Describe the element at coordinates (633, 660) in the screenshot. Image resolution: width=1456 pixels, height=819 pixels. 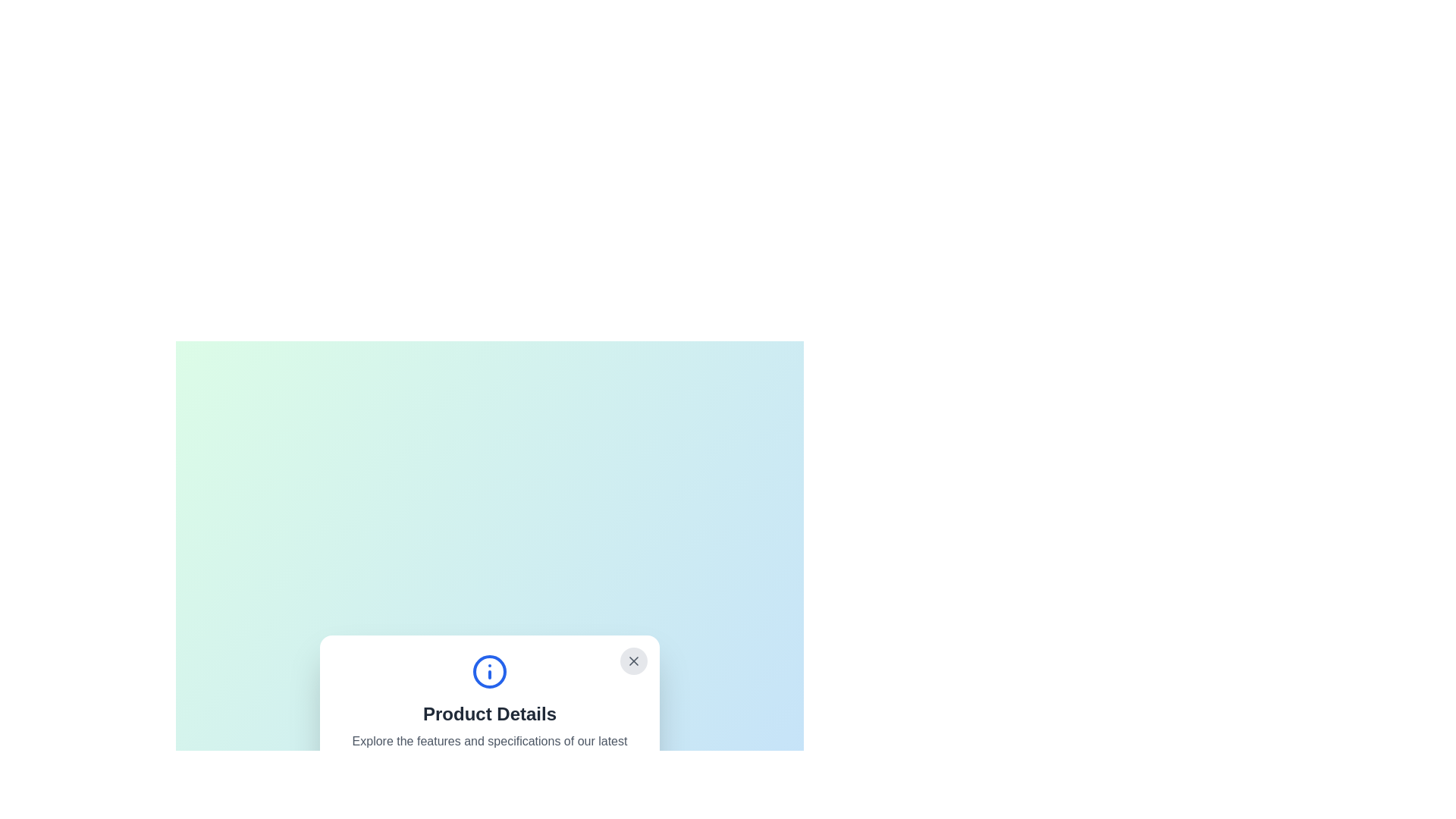
I see `the circular button with a centered 'X' icon in the top-right corner of the modal` at that location.